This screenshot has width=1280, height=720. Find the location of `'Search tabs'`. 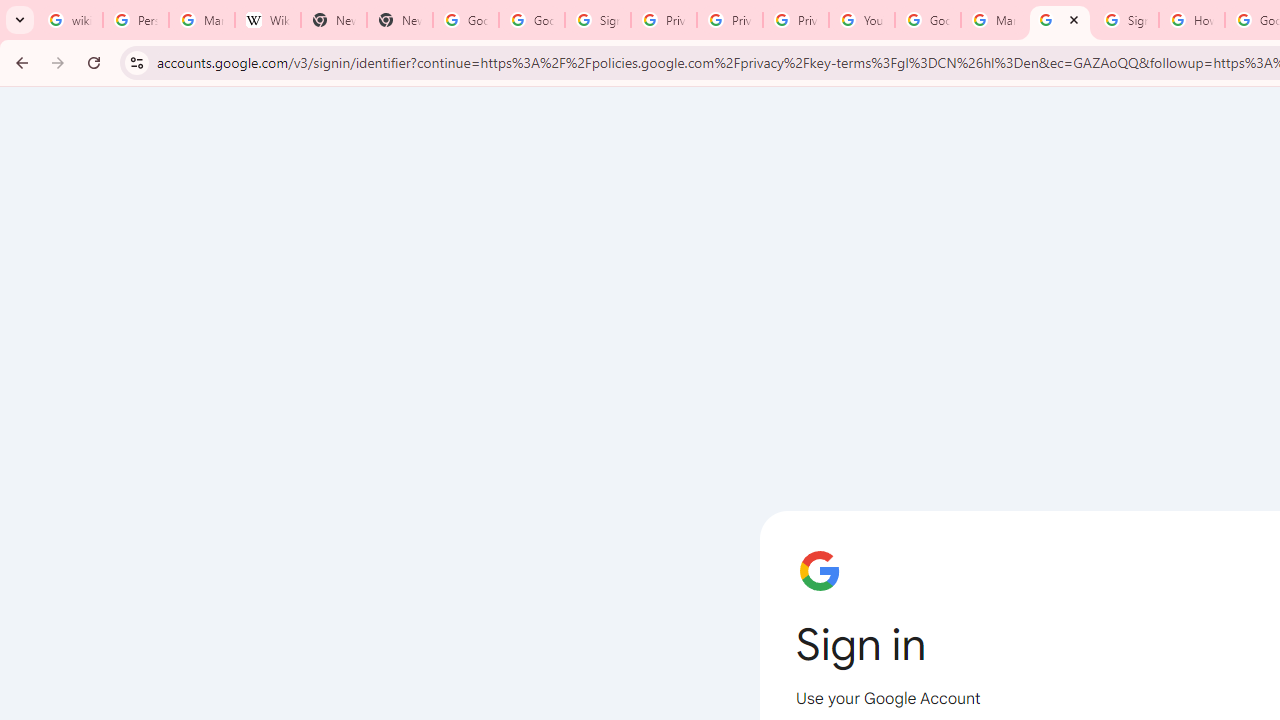

'Search tabs' is located at coordinates (20, 20).